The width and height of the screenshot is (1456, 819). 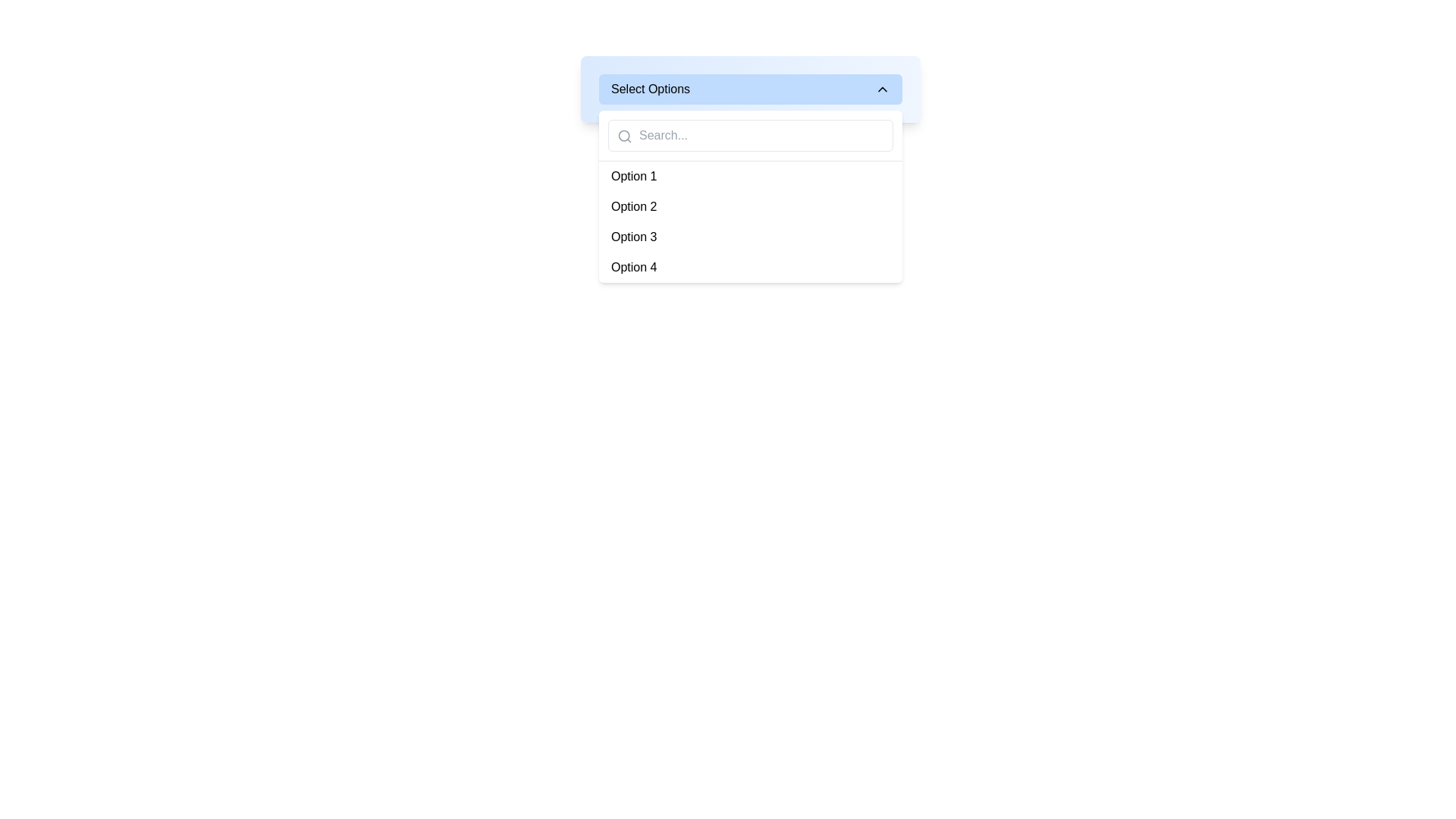 What do you see at coordinates (882, 89) in the screenshot?
I see `the upward-pointing chevron icon located in the header section of the 'Select Options' dropdown menu` at bounding box center [882, 89].